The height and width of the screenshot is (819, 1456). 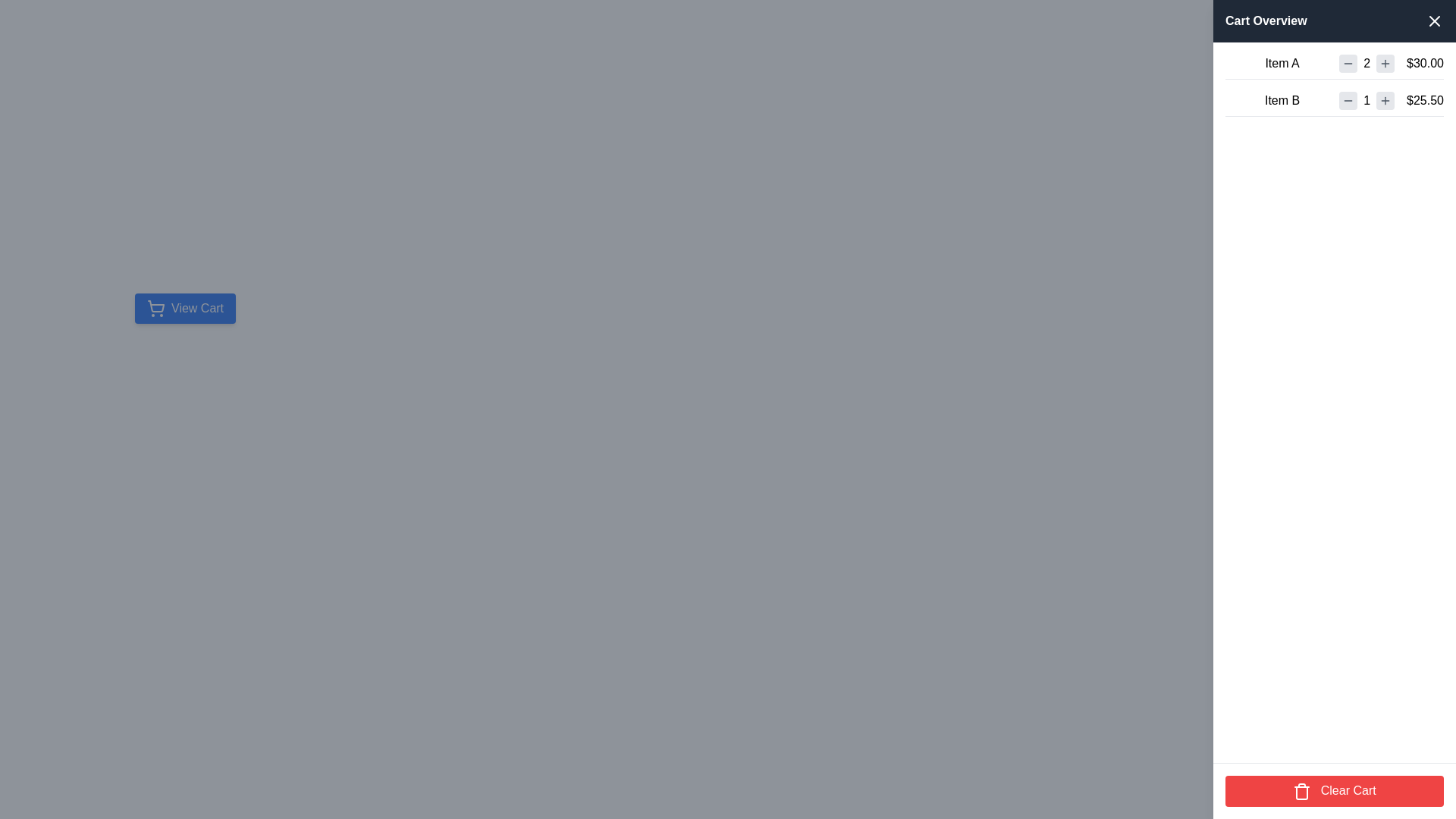 I want to click on the small plus icon button located in the 'Cart Overview' section, which is the rightmost component in the row with 'Item B', to increment the quantity of the item, so click(x=1385, y=100).